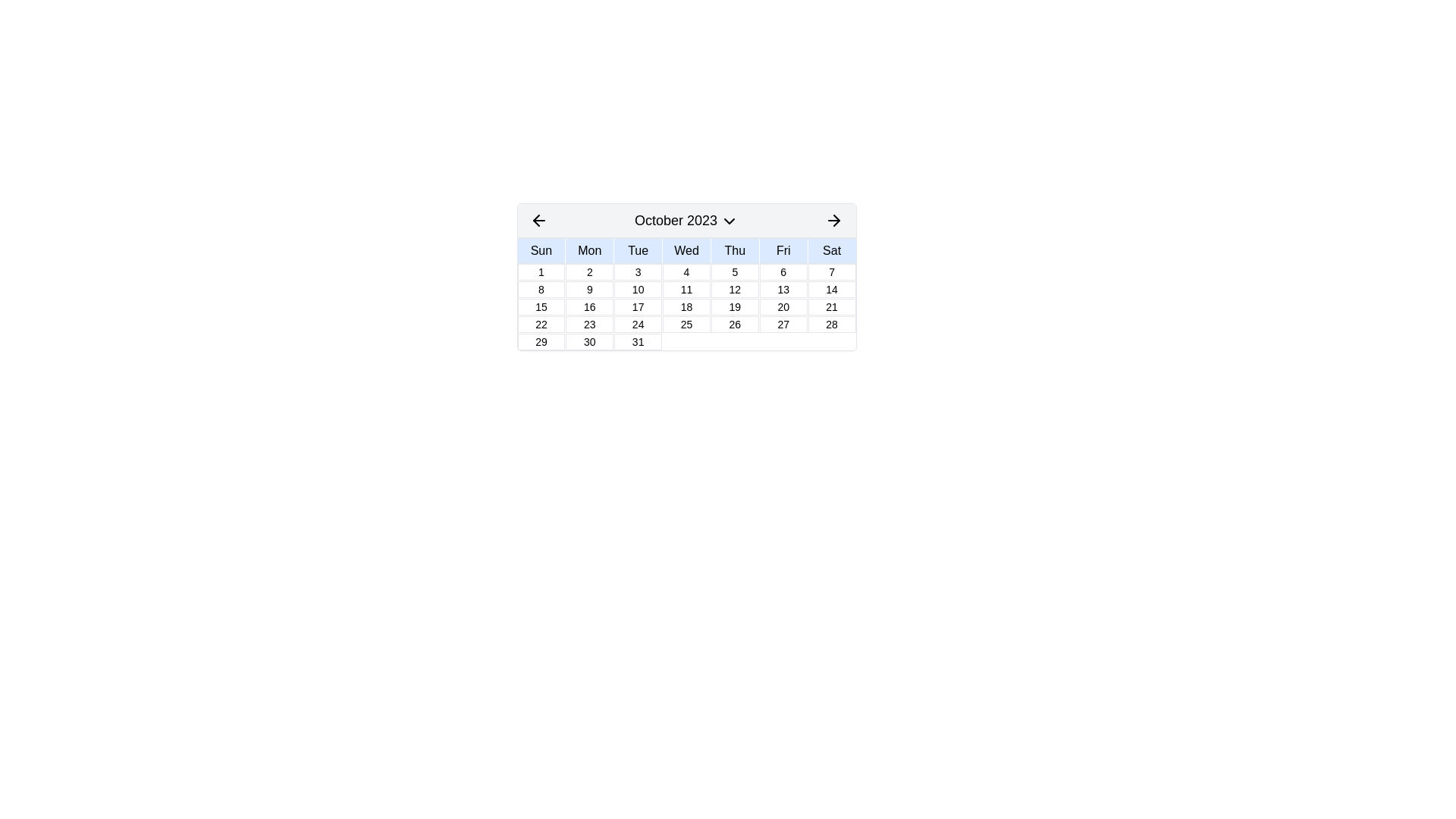  I want to click on the Calendar Date Cell displaying the date '15', which is located in the third row and first column of the calendar grid, so click(541, 307).